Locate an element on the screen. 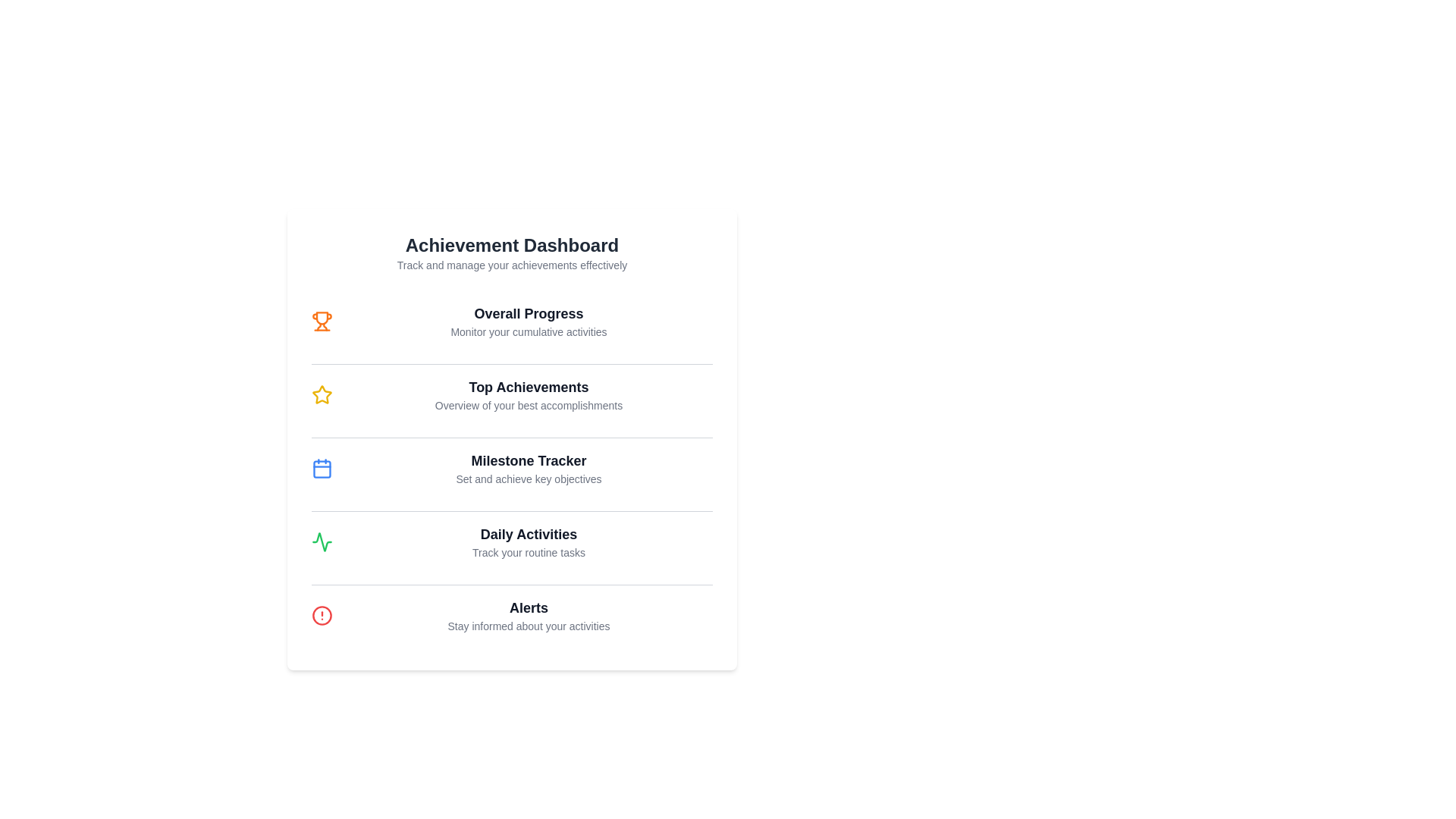  the first list item in the Achievement Dashboard that displays an orange trophy icon with the title 'Overall Progress' and the subtitle 'Monitor your cumulative activities' is located at coordinates (512, 321).